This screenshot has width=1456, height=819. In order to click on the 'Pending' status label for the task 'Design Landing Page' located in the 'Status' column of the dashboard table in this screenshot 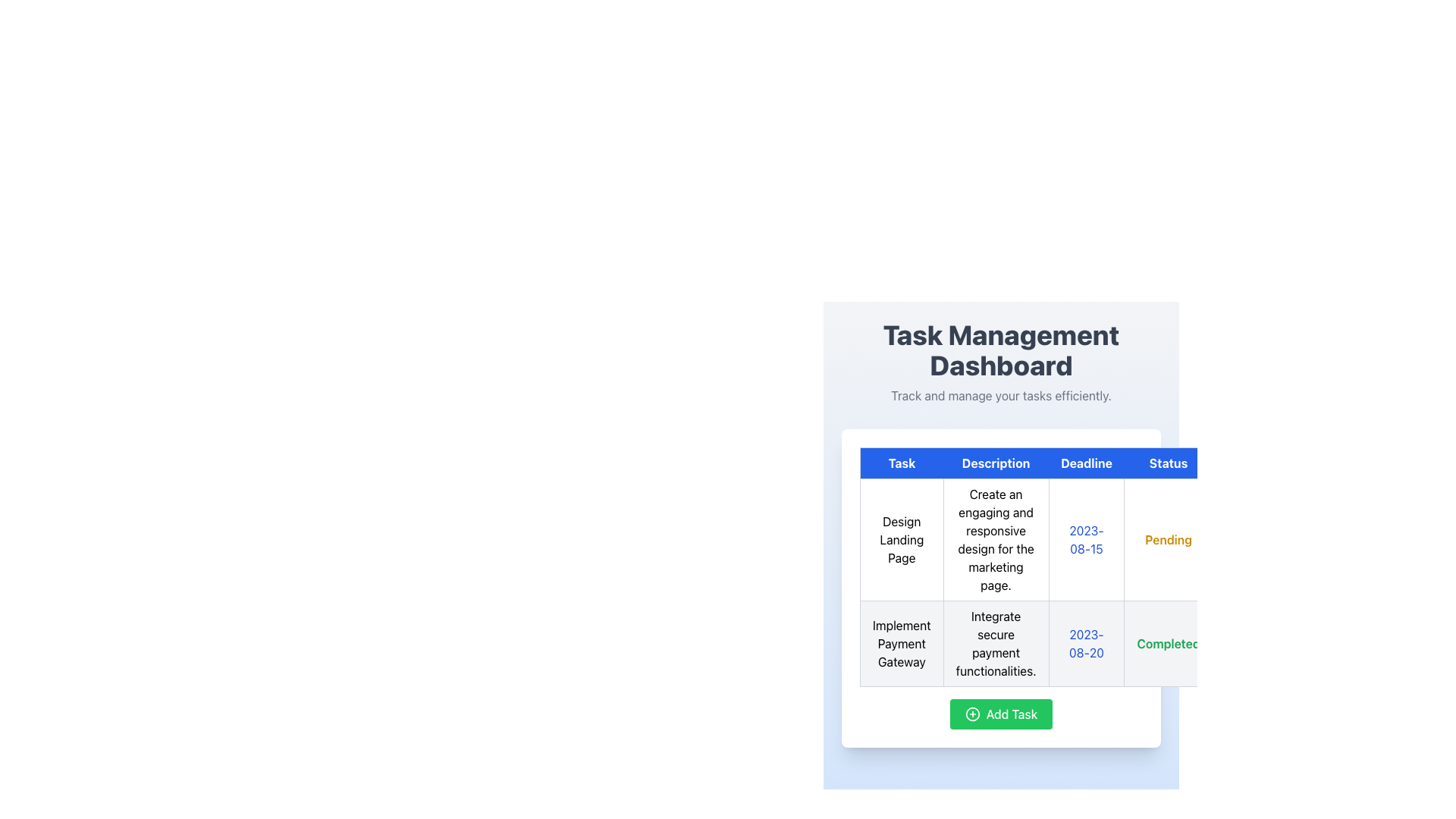, I will do `click(1168, 539)`.